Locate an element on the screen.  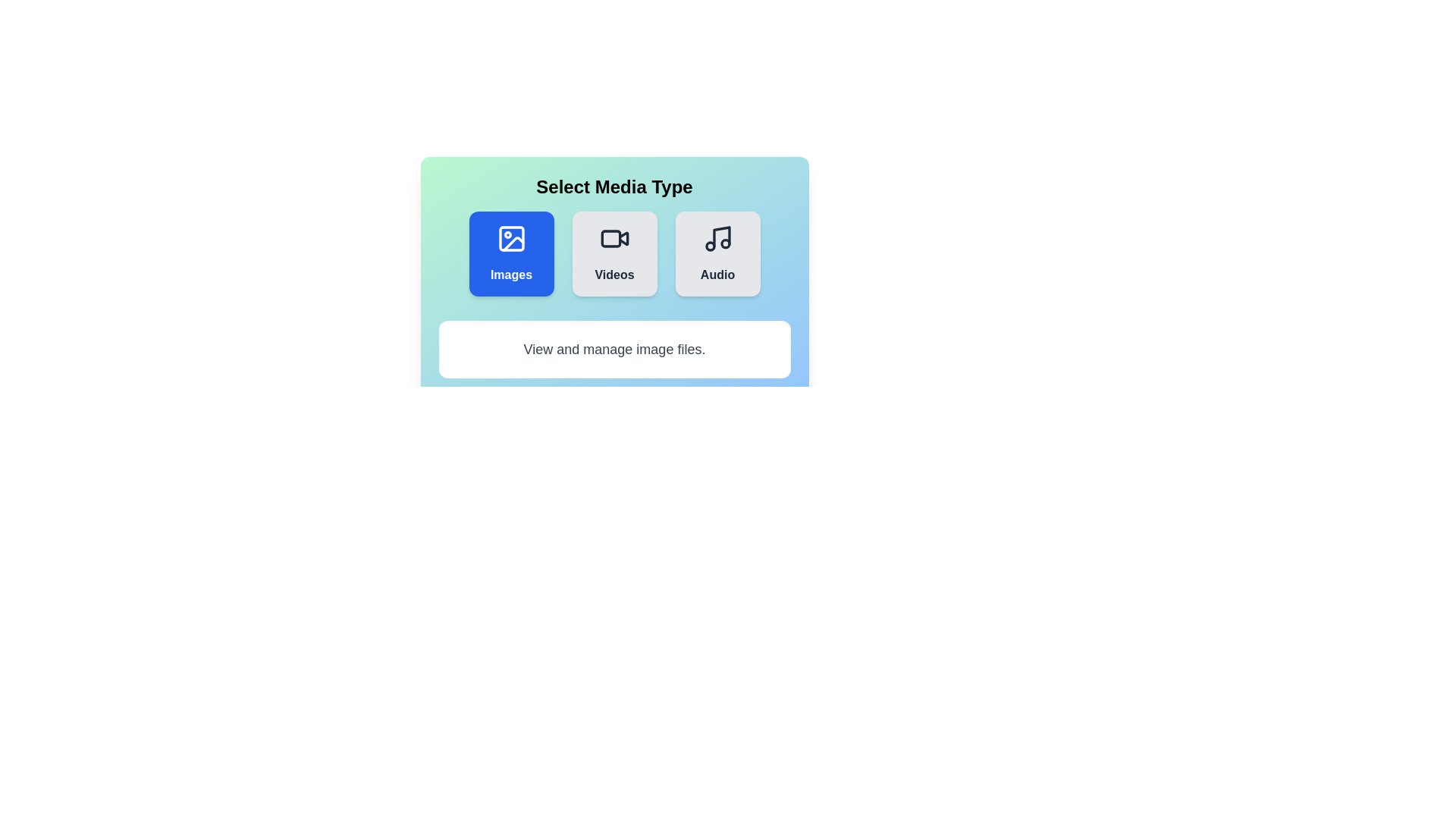
the Audio button to view its hover effect is located at coordinates (717, 253).